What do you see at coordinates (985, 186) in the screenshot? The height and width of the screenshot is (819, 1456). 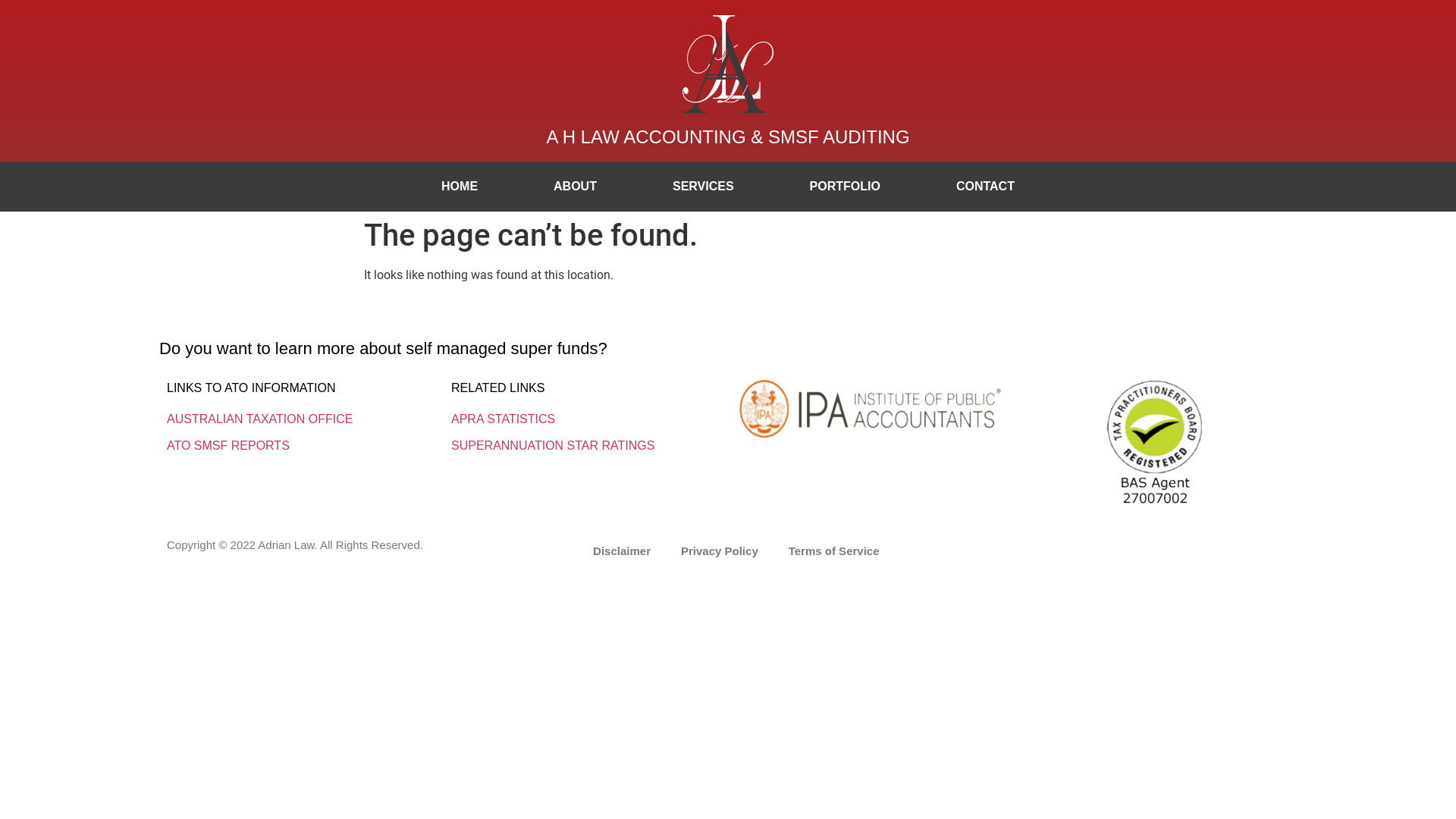 I see `'CONTACT'` at bounding box center [985, 186].